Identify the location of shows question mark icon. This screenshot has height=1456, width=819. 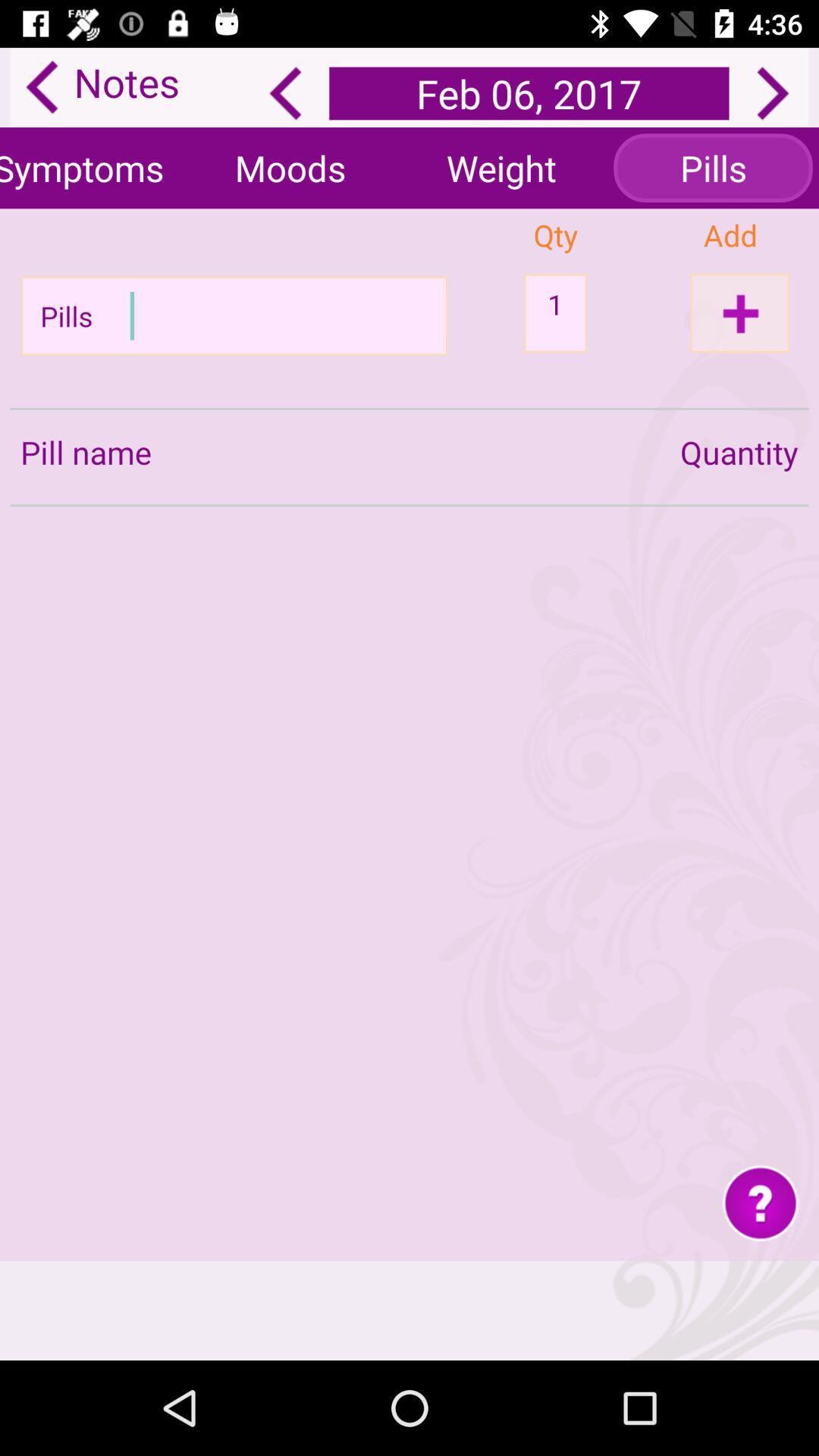
(761, 1201).